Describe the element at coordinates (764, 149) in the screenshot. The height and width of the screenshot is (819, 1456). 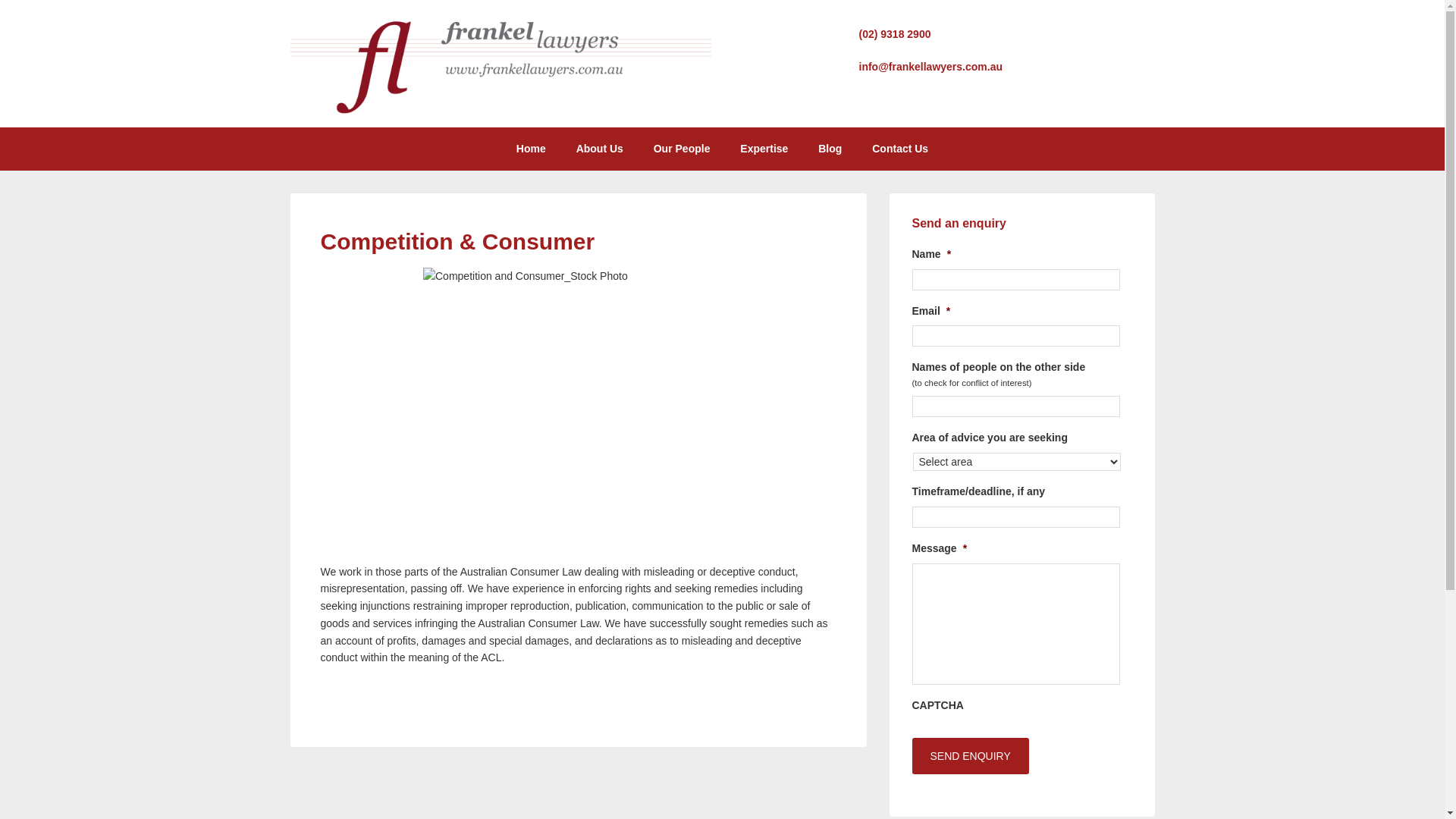
I see `'Expertise'` at that location.